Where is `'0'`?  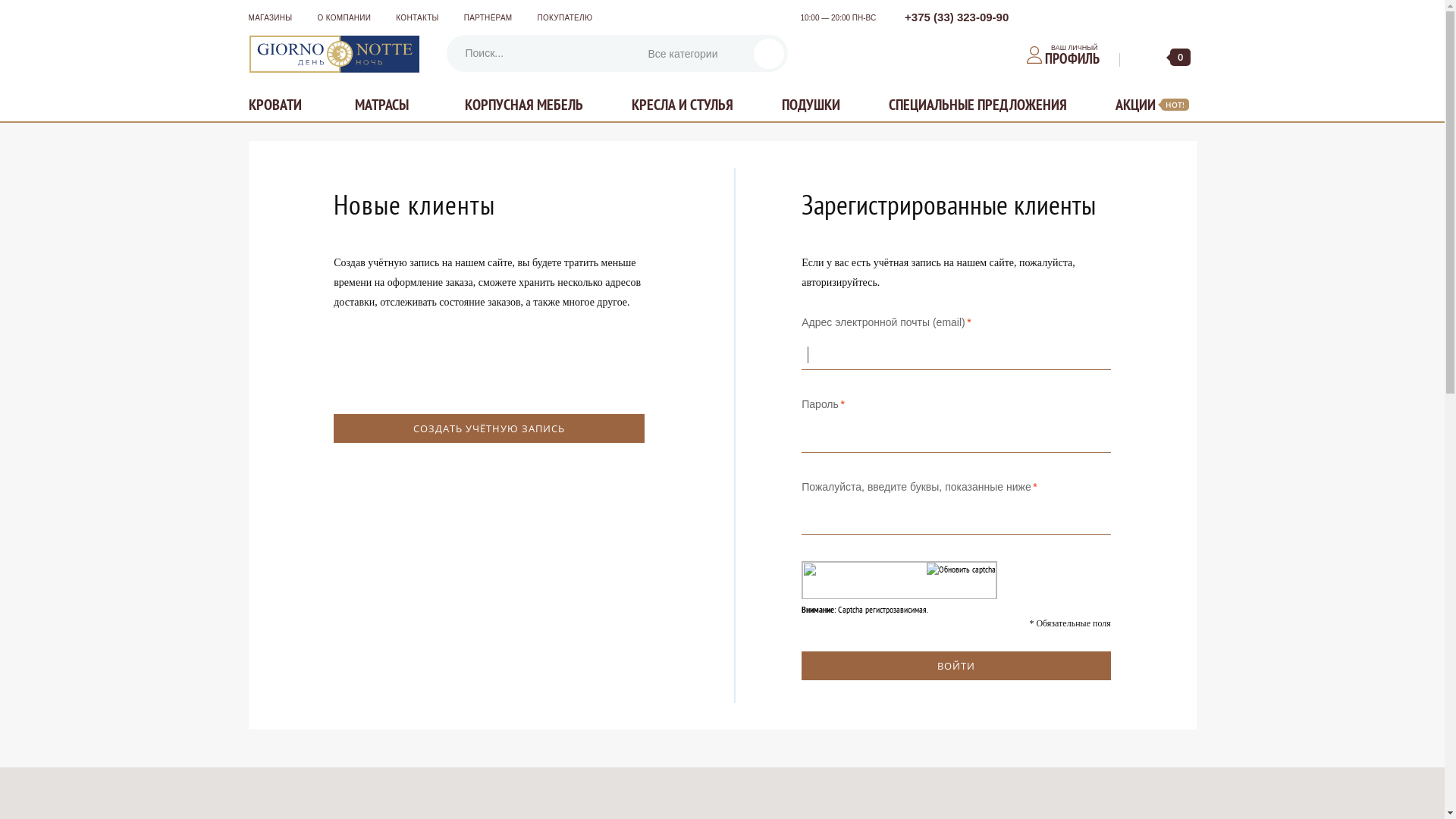 '0' is located at coordinates (1168, 57).